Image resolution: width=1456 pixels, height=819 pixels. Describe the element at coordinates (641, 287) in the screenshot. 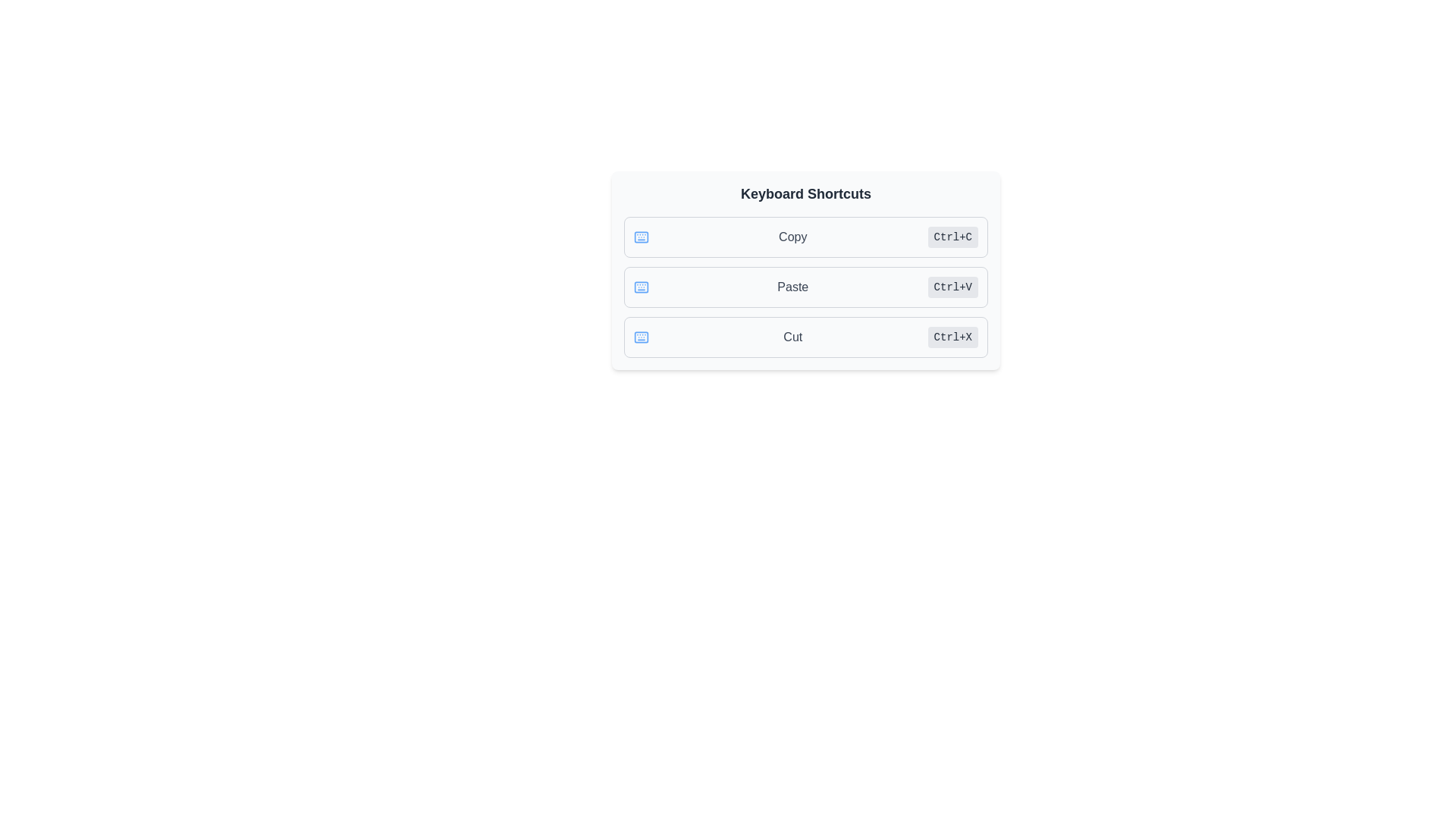

I see `the graphical icon representing the 'Paste' function, which is a small rectangular shape with rounded corners located to the left of the text label 'Paste' in a vertically aligned list of options` at that location.